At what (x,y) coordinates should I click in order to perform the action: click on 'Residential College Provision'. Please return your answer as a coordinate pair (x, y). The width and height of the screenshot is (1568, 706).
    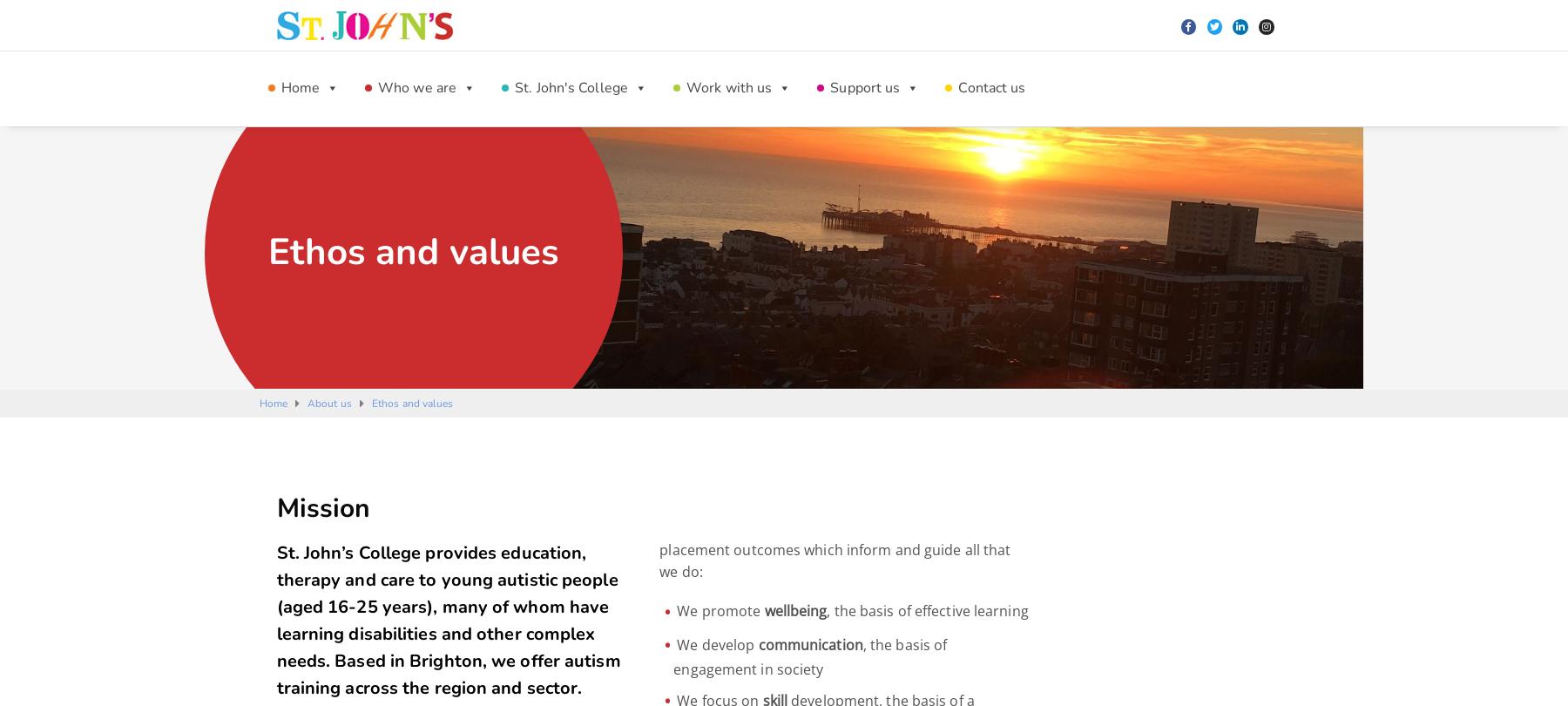
    Looking at the image, I should click on (328, 376).